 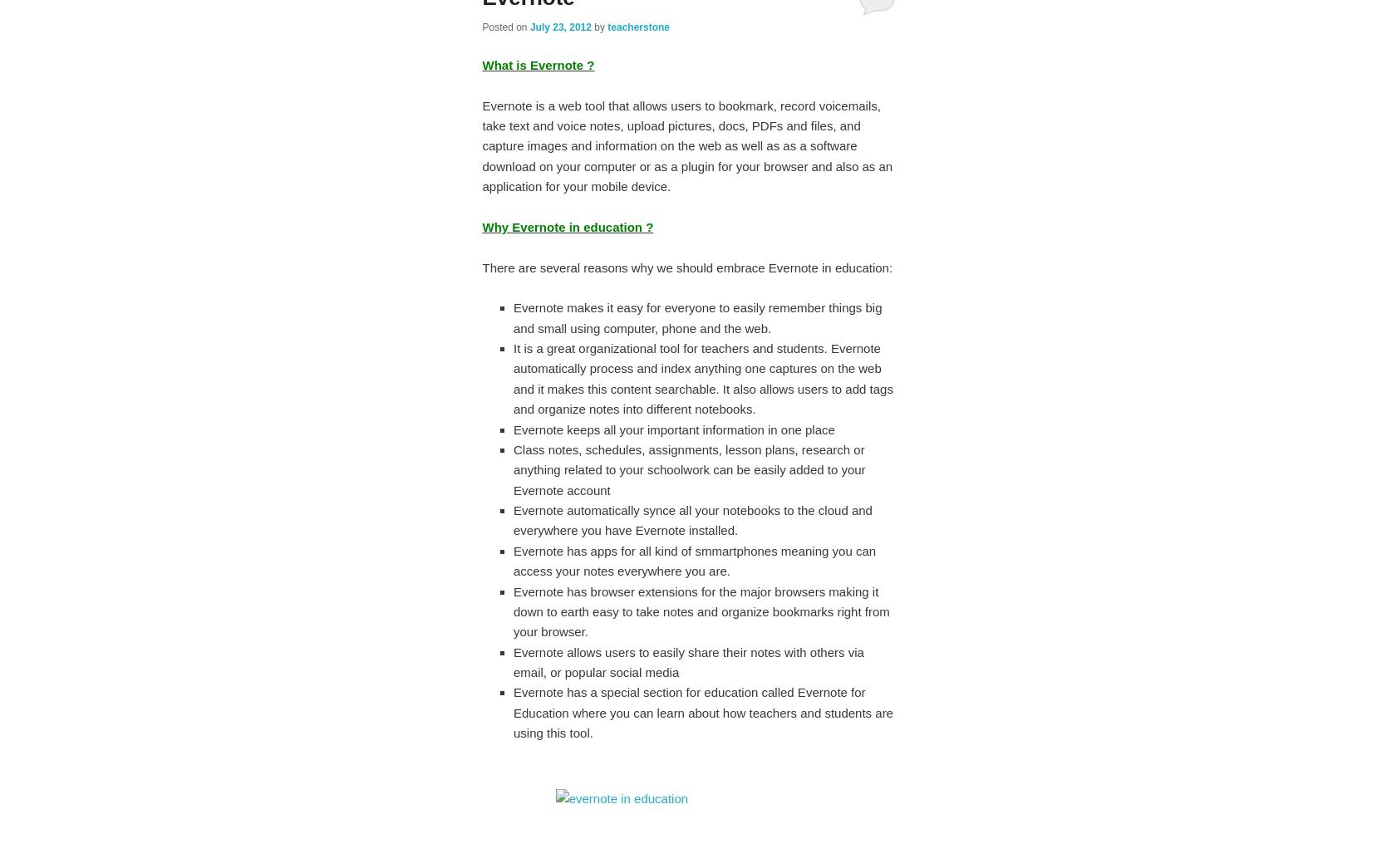 I want to click on 'Evernote makes it easy for everyone to easily remember things big and small using computer, phone and the web.', so click(x=697, y=316).